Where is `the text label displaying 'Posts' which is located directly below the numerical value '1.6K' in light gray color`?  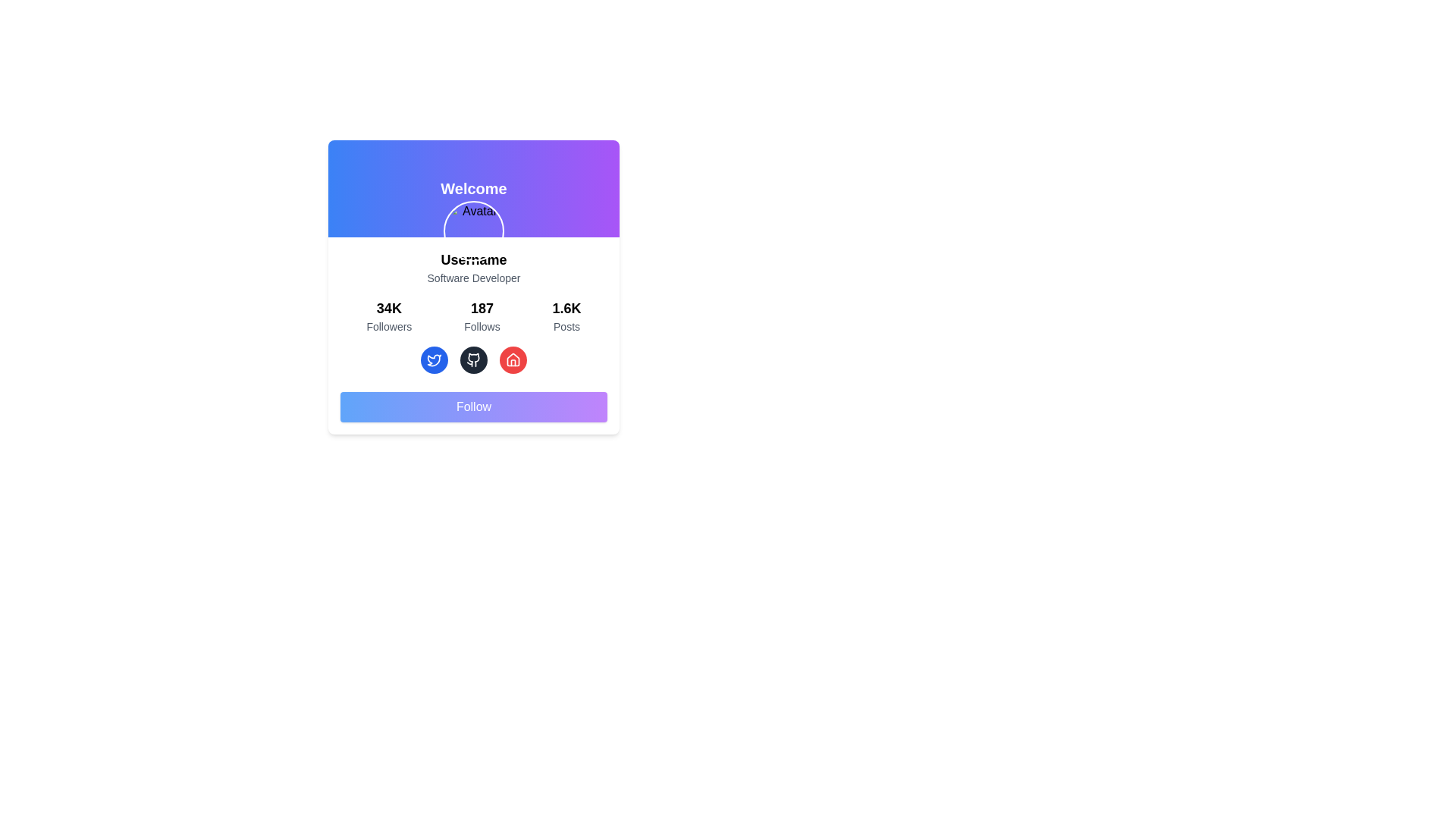
the text label displaying 'Posts' which is located directly below the numerical value '1.6K' in light gray color is located at coordinates (566, 326).